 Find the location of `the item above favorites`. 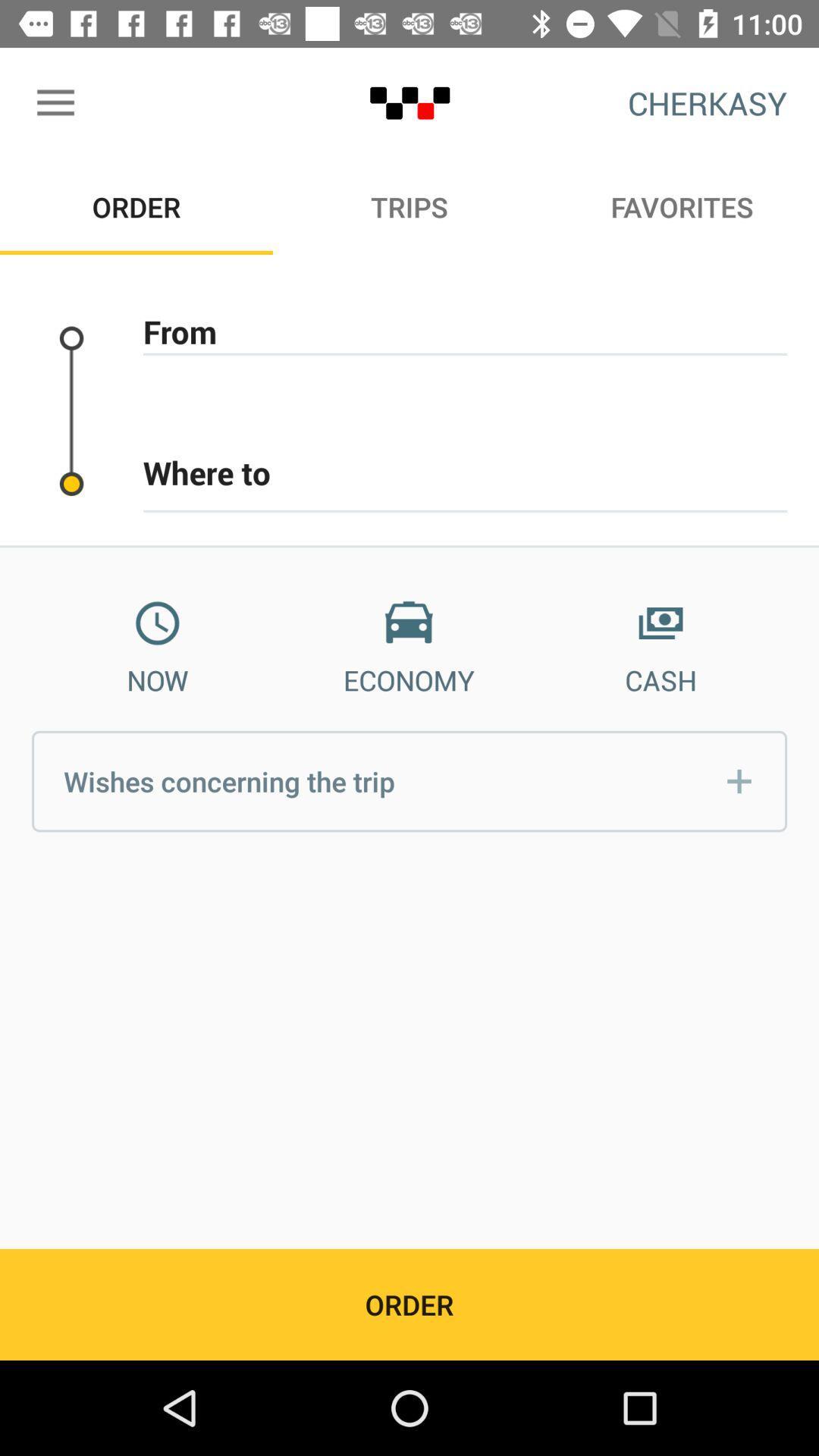

the item above favorites is located at coordinates (708, 102).